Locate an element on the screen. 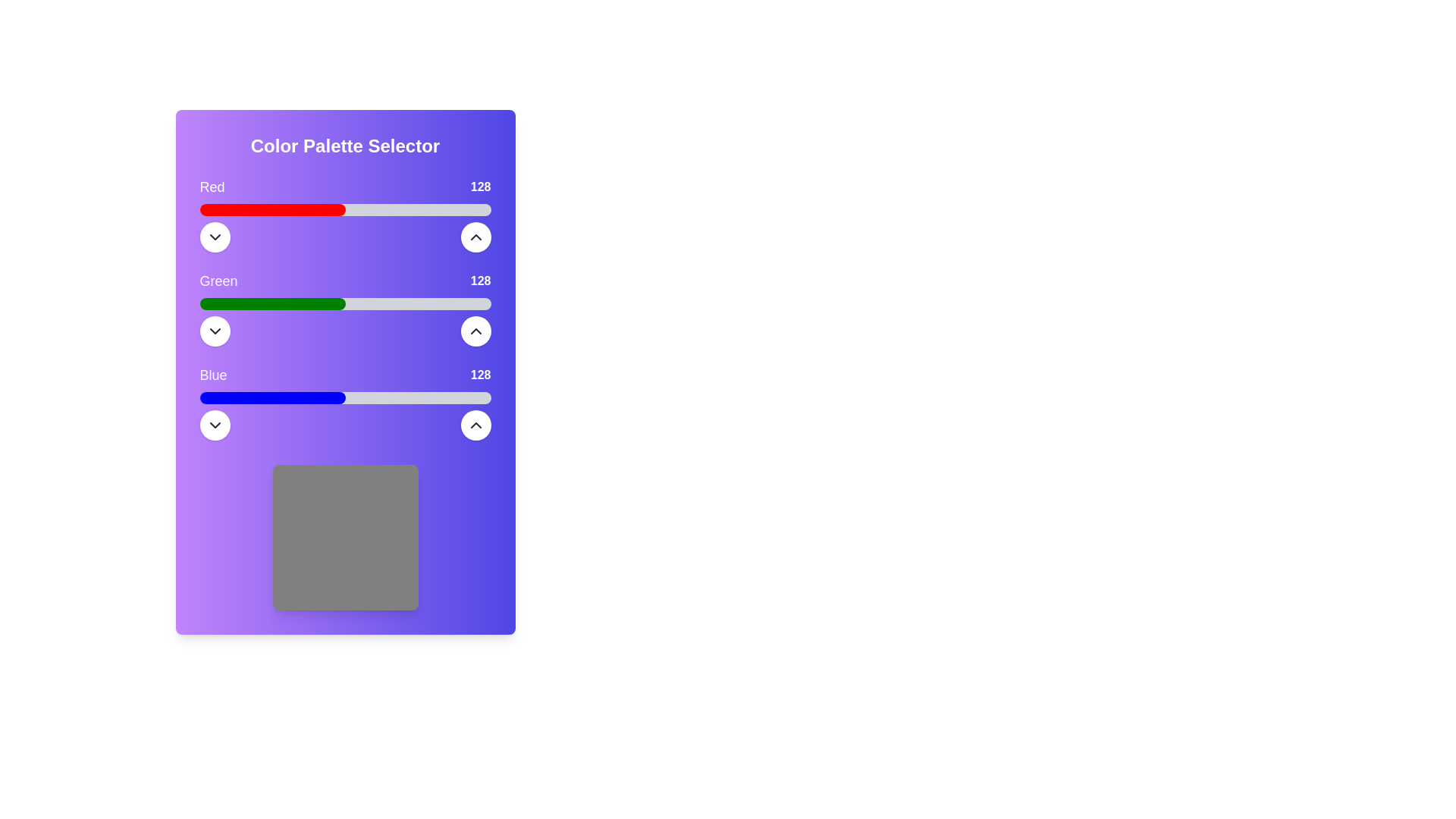  the value of the leftmost segment of the horizontal progress bar representing the 'Red' component in the color mixer is located at coordinates (272, 210).